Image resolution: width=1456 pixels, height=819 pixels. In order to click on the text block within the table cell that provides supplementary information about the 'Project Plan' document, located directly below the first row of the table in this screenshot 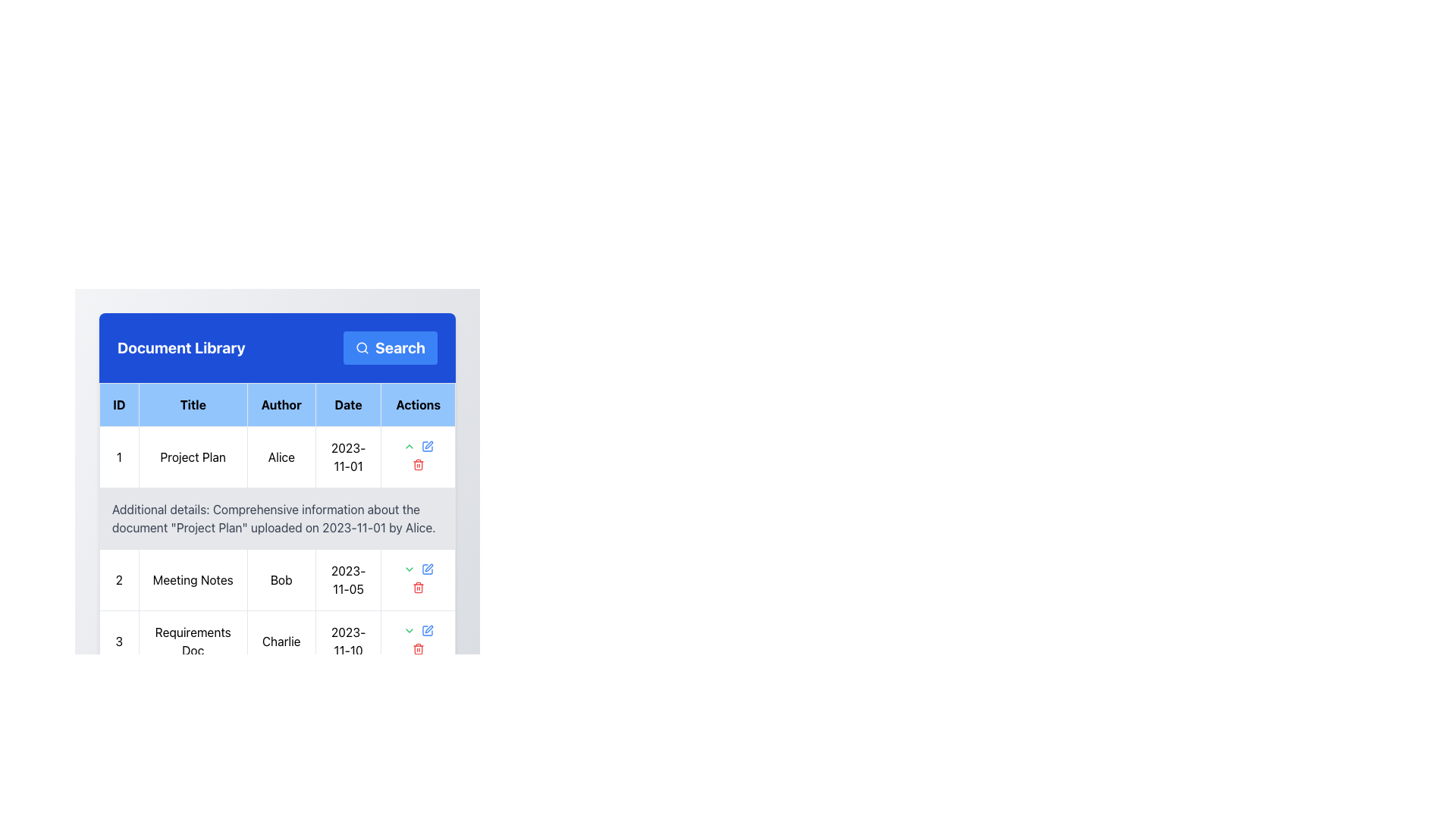, I will do `click(277, 549)`.